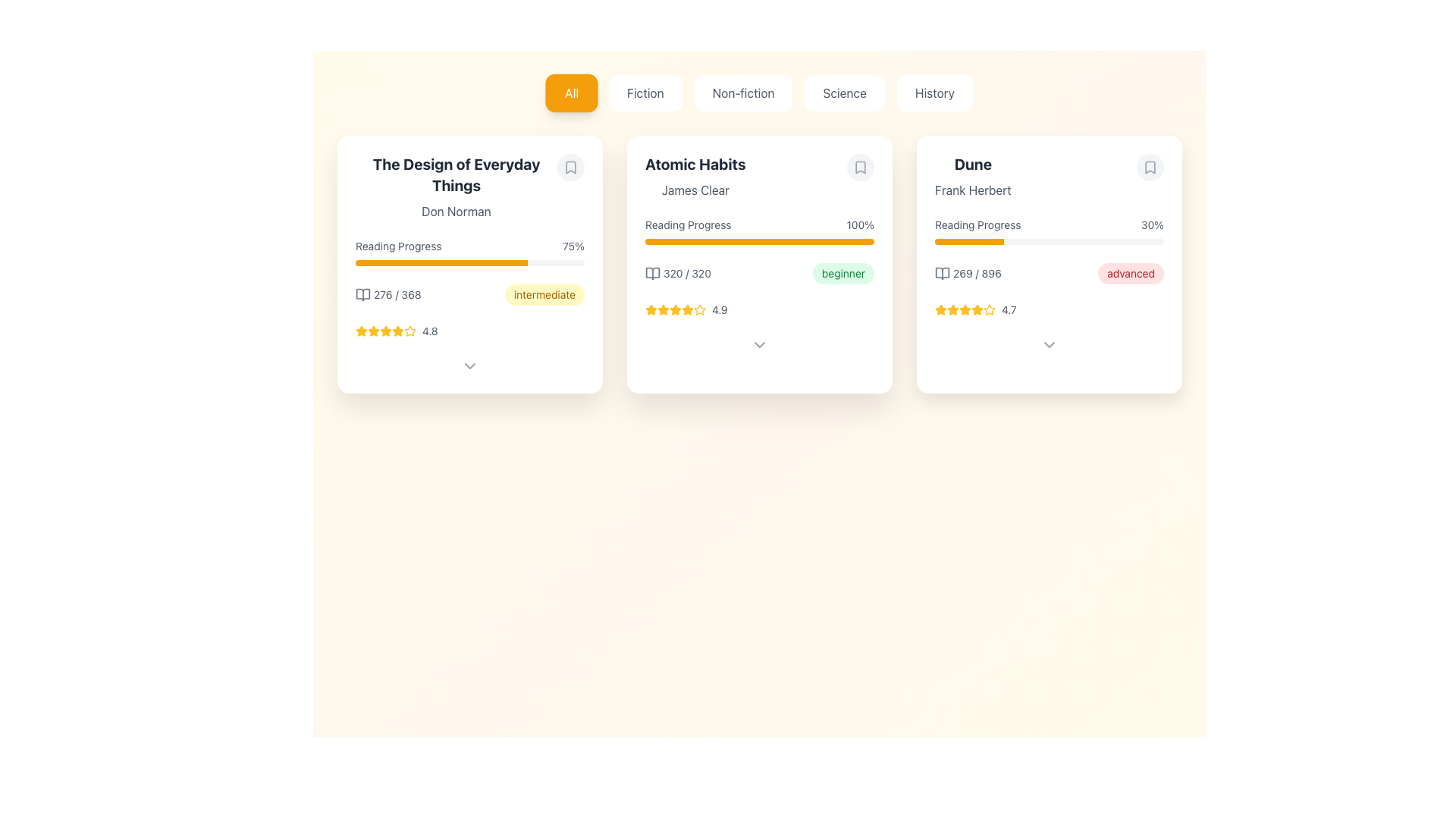 This screenshot has height=819, width=1456. What do you see at coordinates (651, 309) in the screenshot?
I see `the third star icon in the 5-star rating system for the book 'Atomic Habits', which is located in the middle box of the UI layout, underneath the progress indicator` at bounding box center [651, 309].